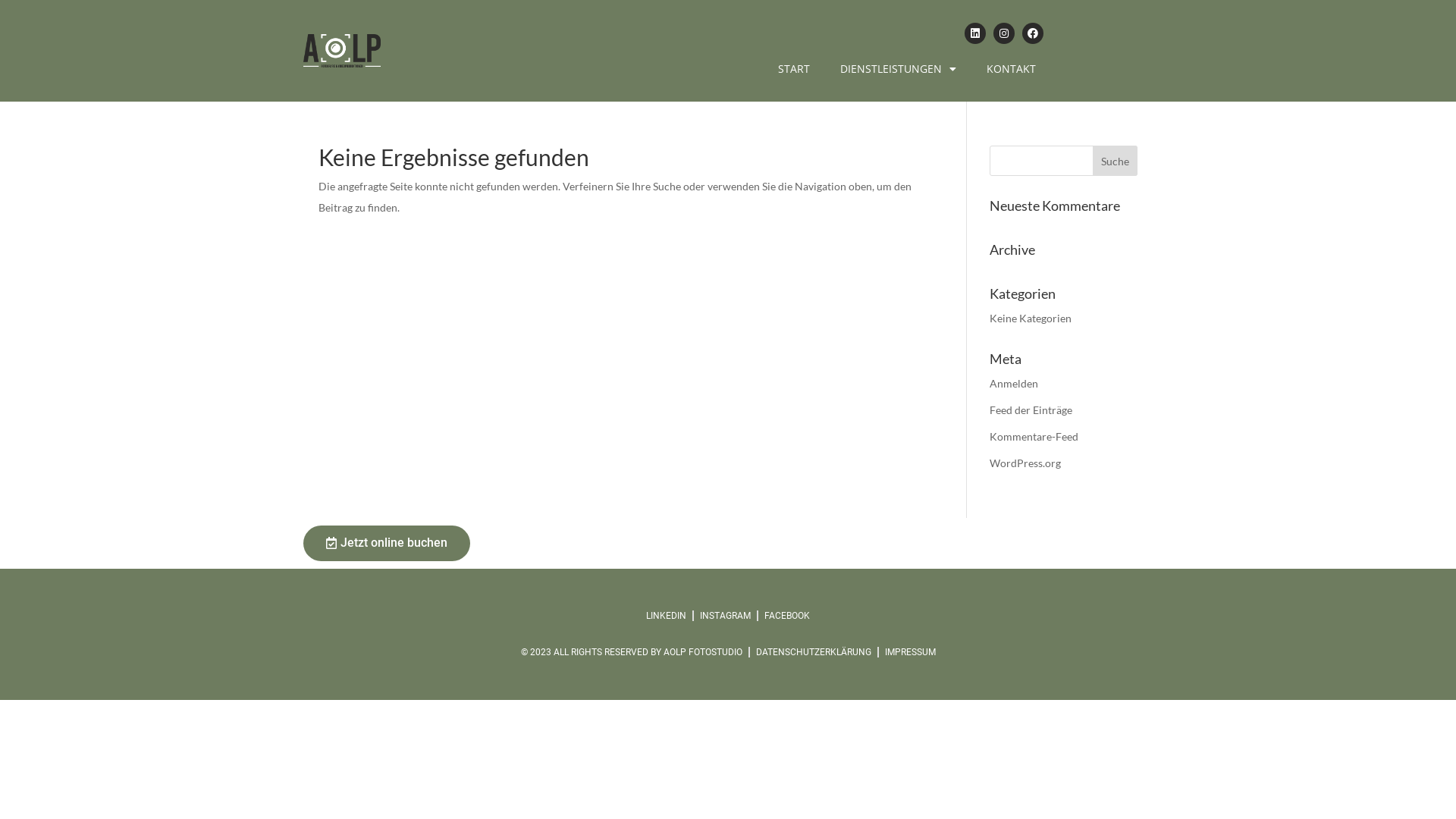  What do you see at coordinates (898, 69) in the screenshot?
I see `'DIENSTLEISTUNGEN'` at bounding box center [898, 69].